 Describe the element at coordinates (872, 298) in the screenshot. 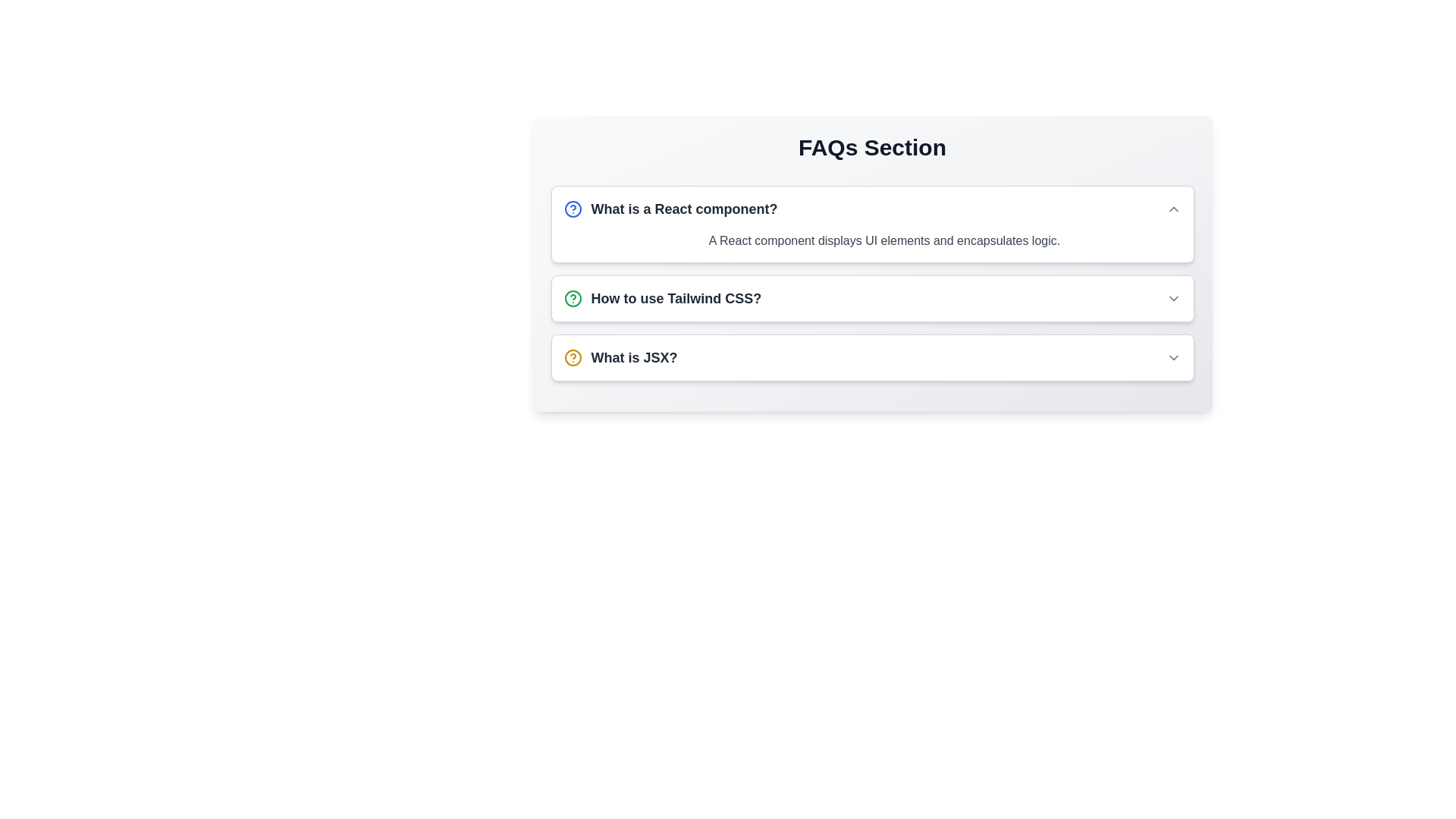

I see `the second collapsible FAQ item located in the middle of the FAQs section` at that location.